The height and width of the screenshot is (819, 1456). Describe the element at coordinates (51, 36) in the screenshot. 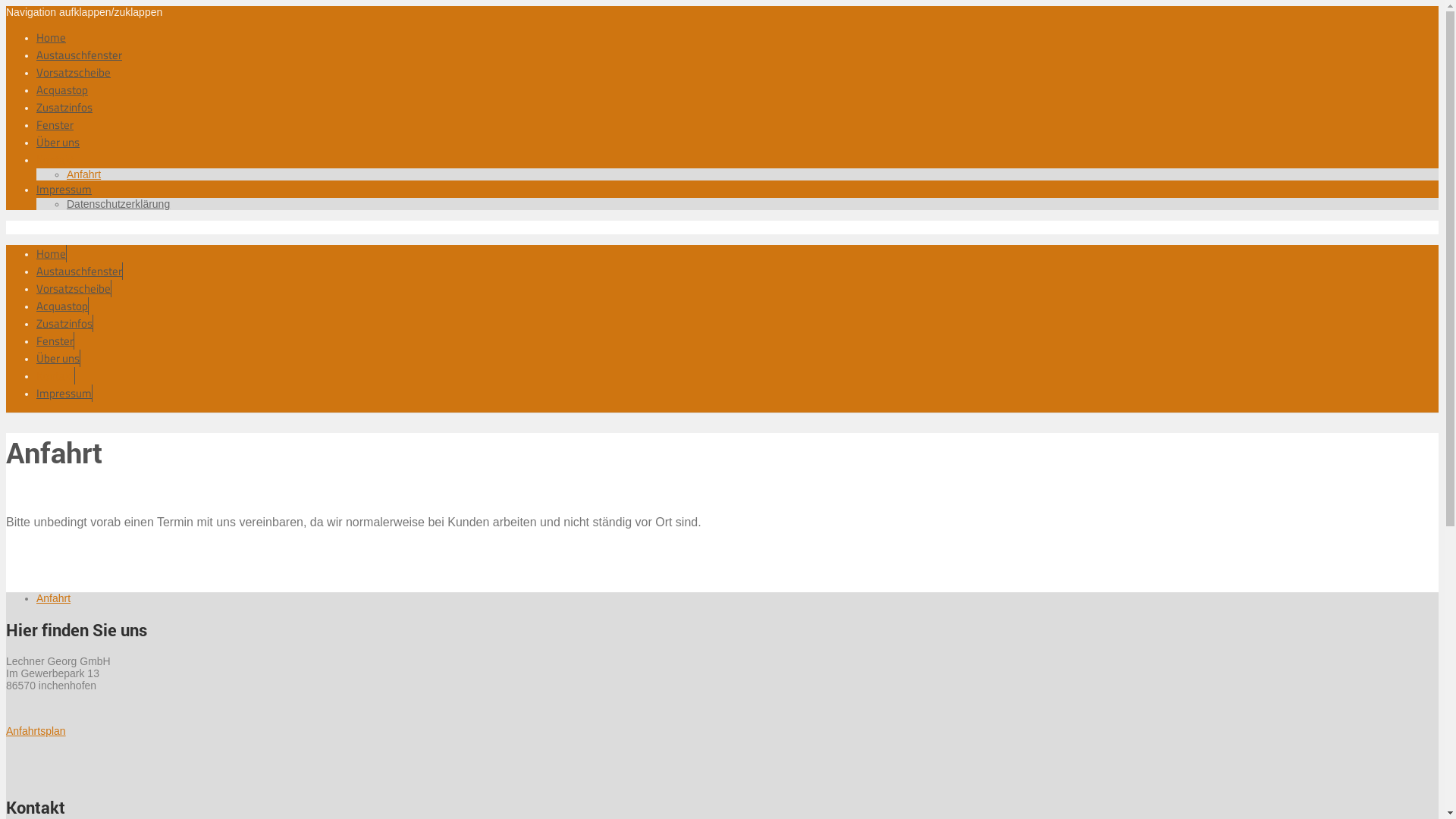

I see `'Home'` at that location.